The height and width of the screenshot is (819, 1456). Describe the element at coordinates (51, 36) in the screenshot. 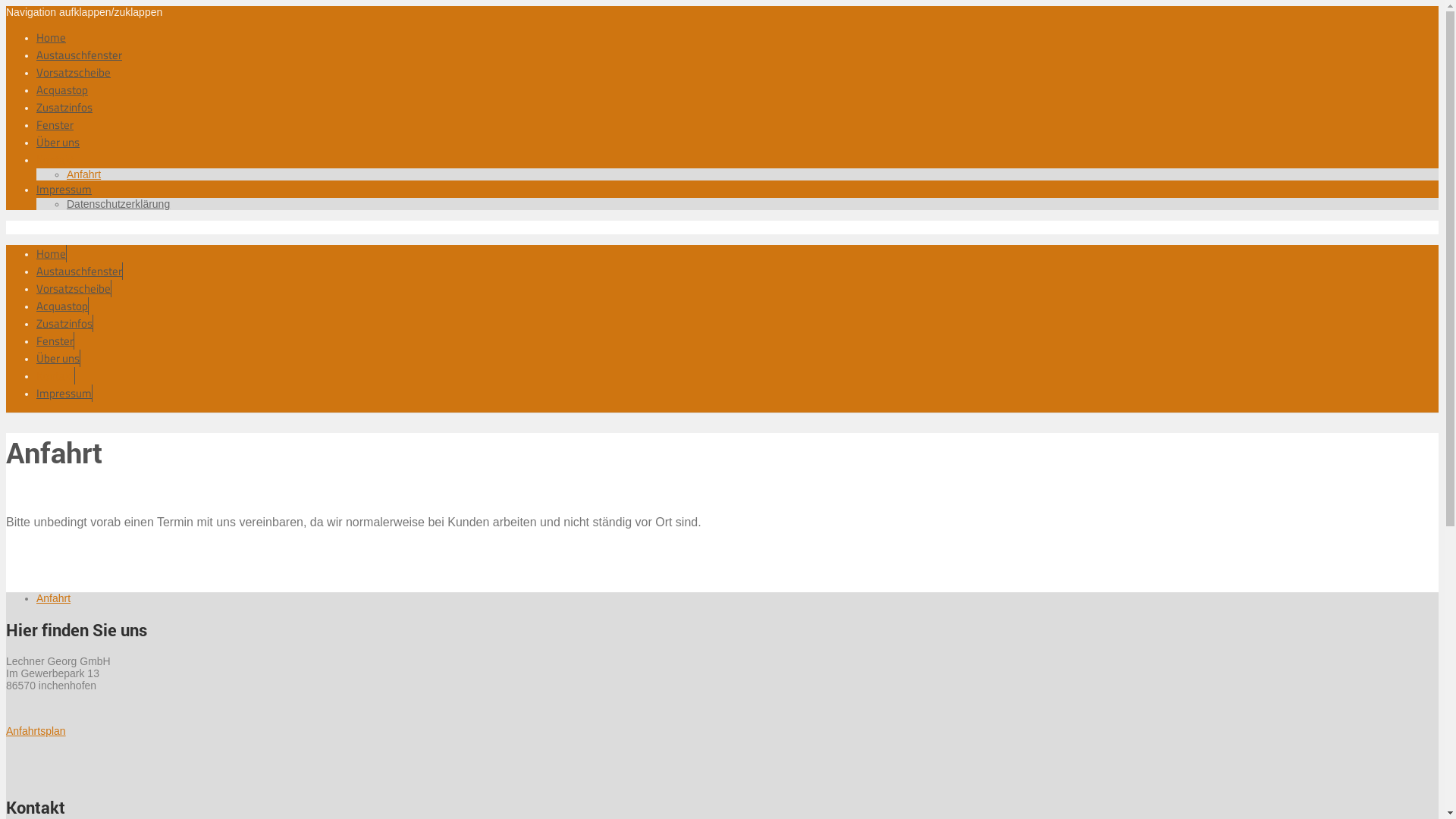

I see `'Home'` at that location.